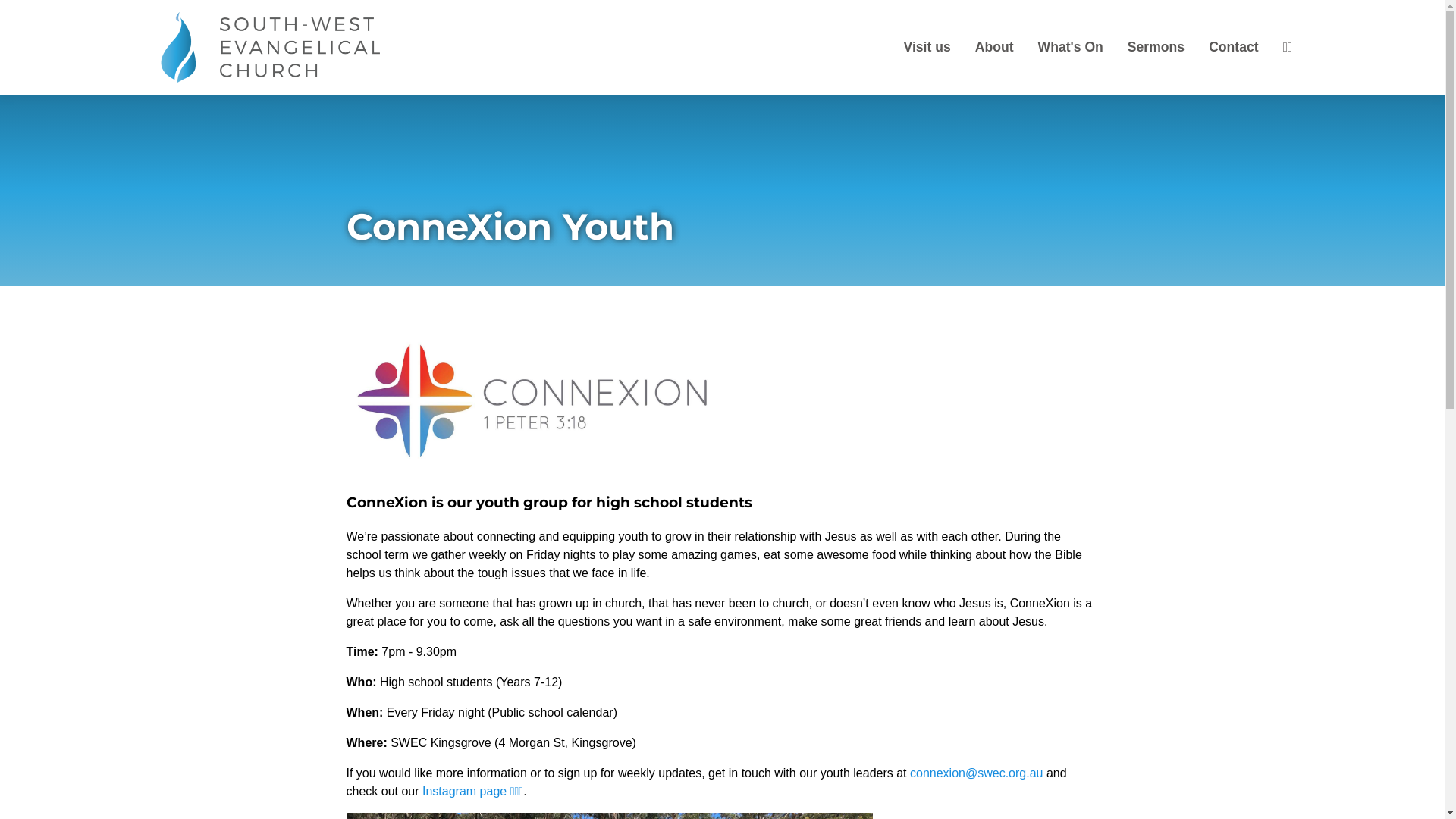  I want to click on 'What's On', so click(1069, 45).